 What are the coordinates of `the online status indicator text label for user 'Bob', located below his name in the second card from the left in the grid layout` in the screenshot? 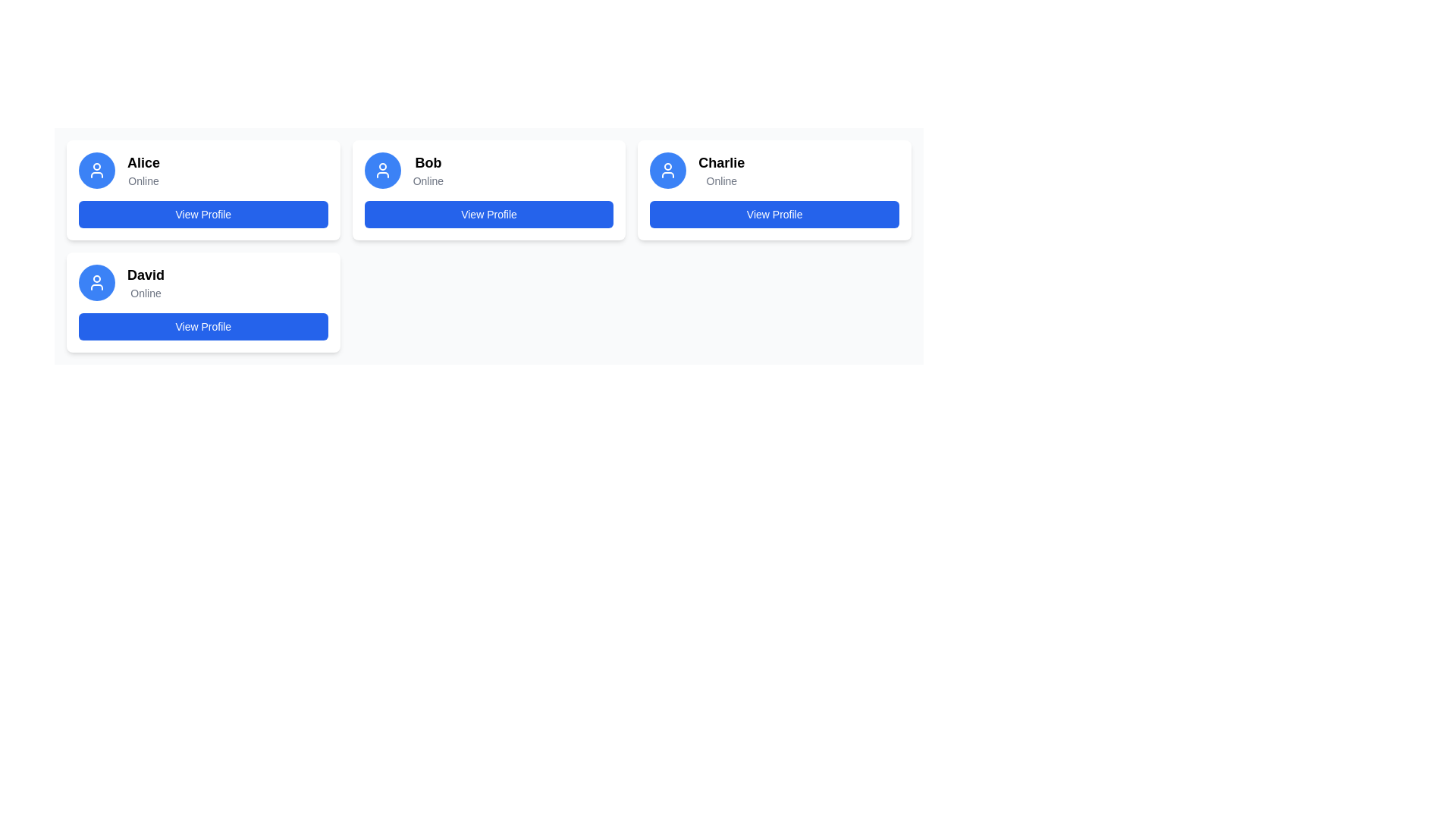 It's located at (427, 180).